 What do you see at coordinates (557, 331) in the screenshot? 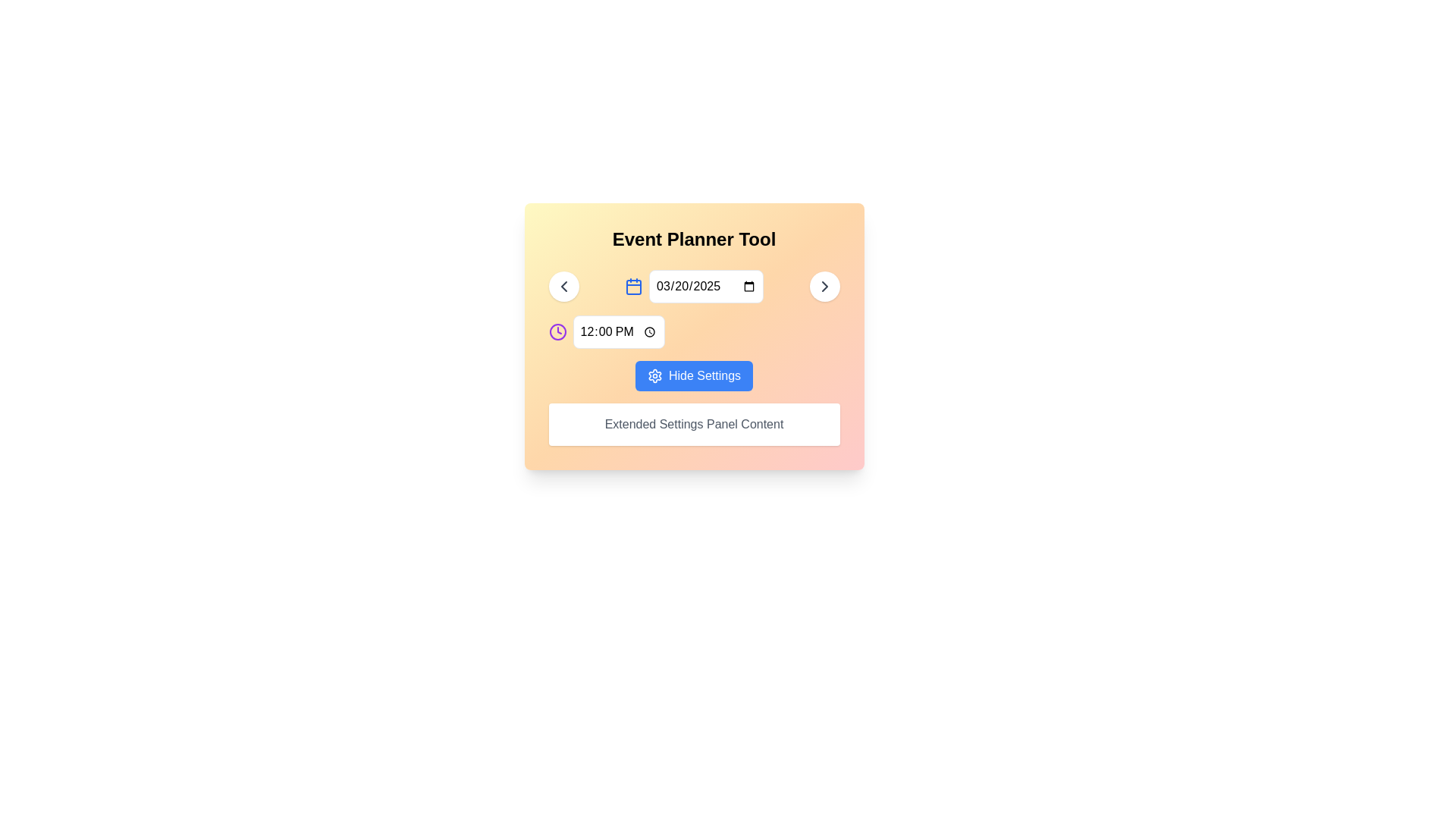
I see `the circular outline of the clock icon located left of the '12:00 PM' input field in the 'Event Planner Tool' interface` at bounding box center [557, 331].